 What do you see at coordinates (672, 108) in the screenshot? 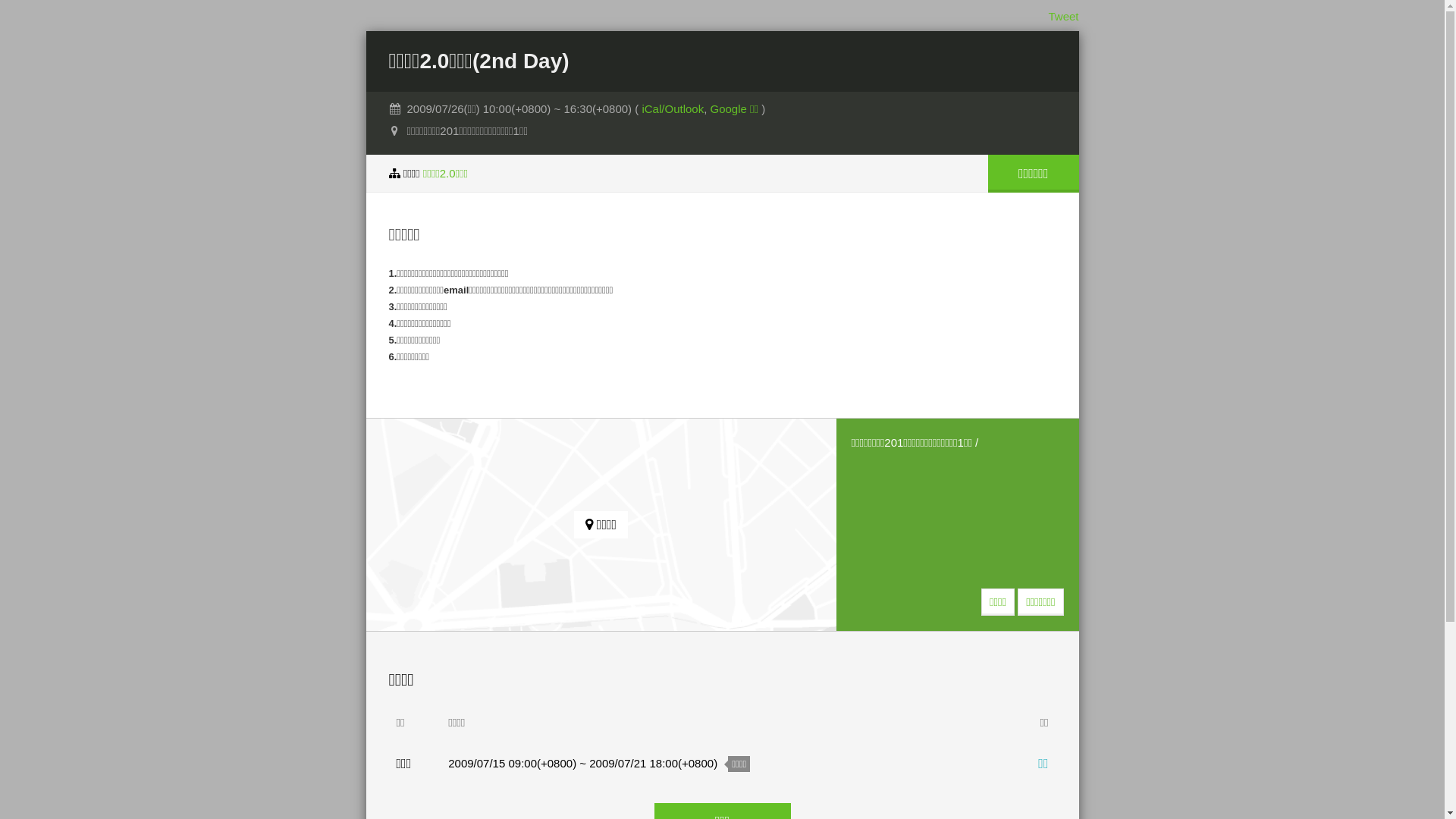
I see `'iCal/Outlook'` at bounding box center [672, 108].